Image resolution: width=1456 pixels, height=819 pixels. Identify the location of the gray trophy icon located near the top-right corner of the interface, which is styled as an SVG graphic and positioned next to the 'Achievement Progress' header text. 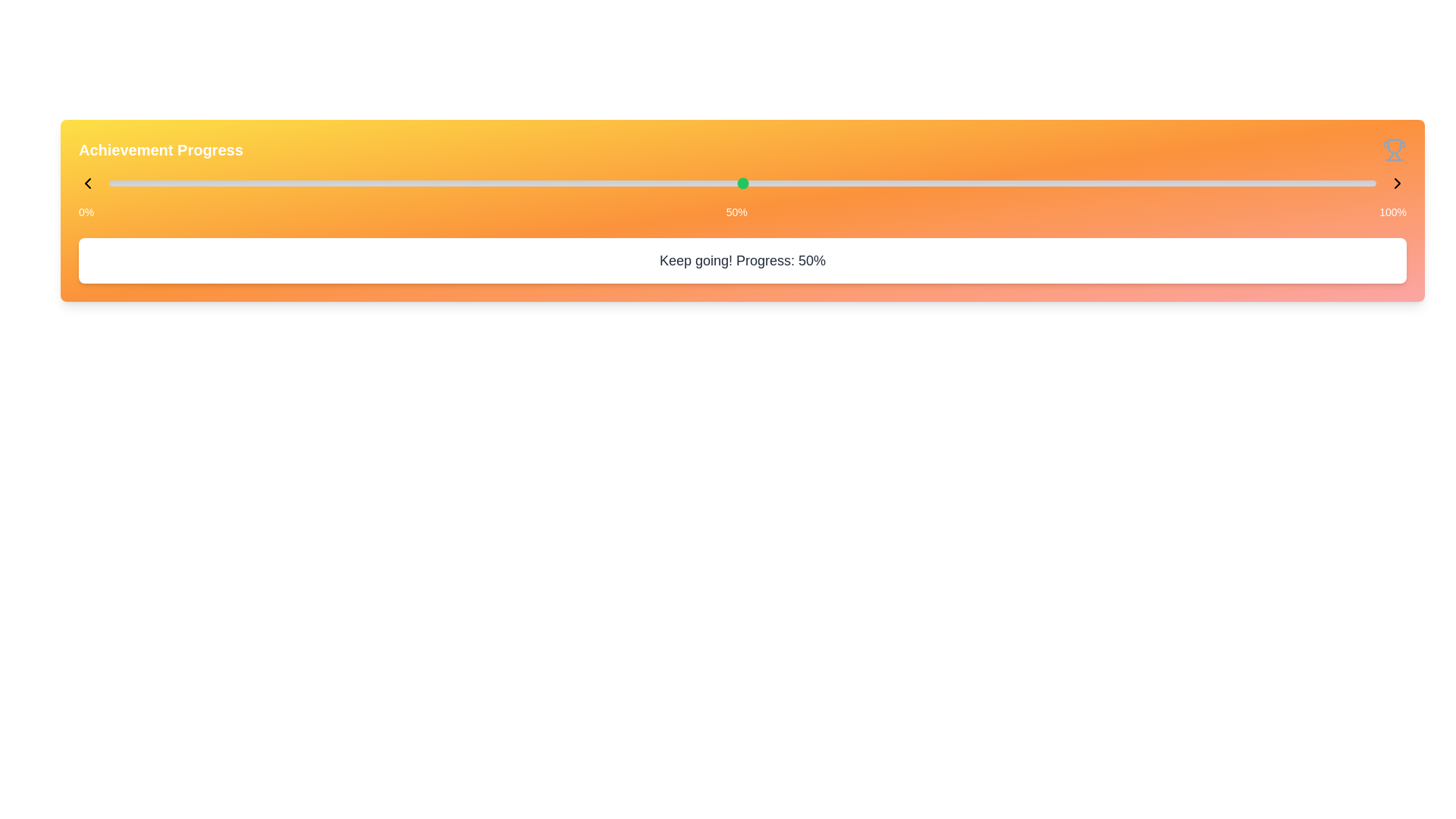
(1394, 149).